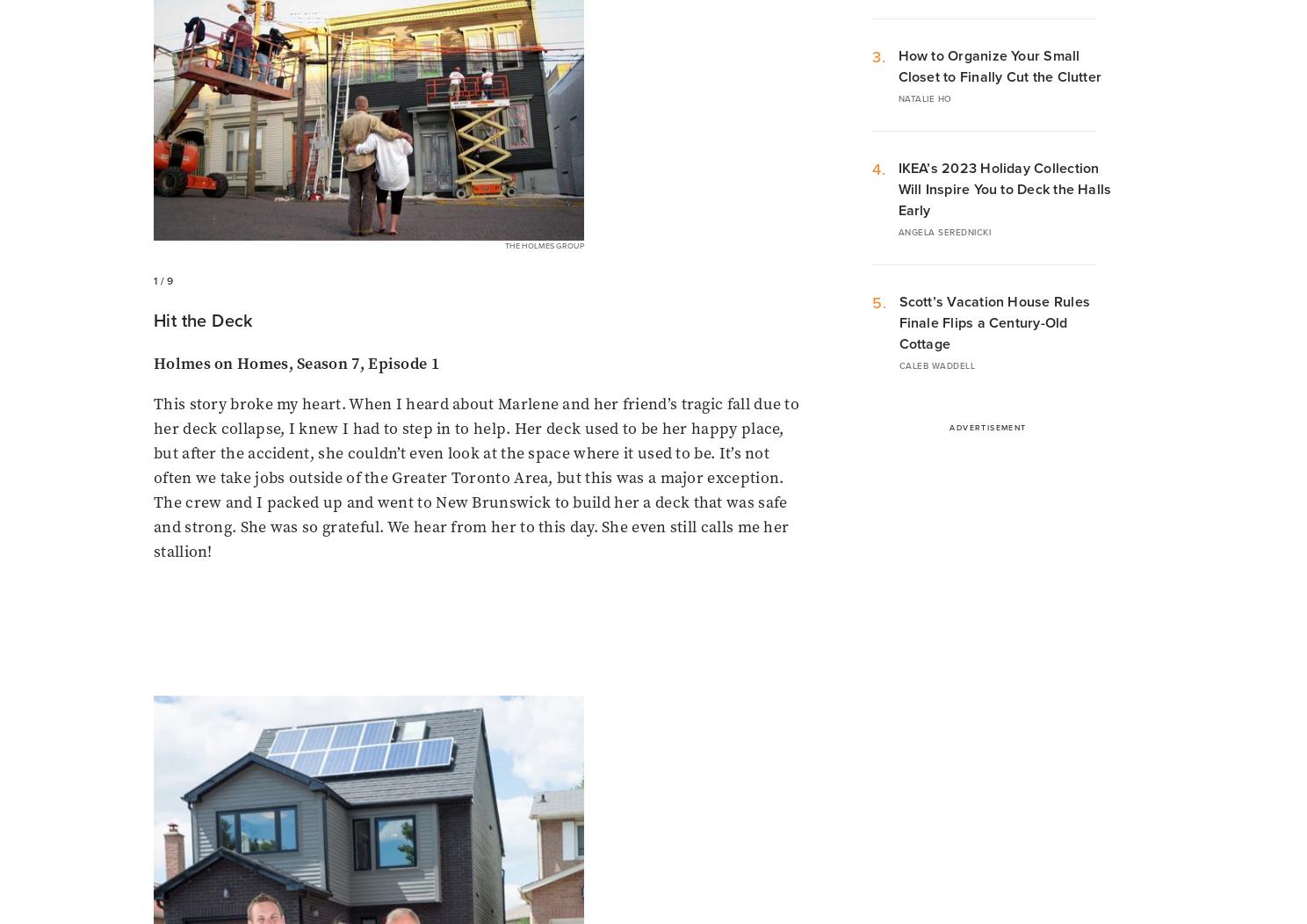 The image size is (1307, 924). What do you see at coordinates (579, 609) in the screenshot?
I see `'Terms of Use'` at bounding box center [579, 609].